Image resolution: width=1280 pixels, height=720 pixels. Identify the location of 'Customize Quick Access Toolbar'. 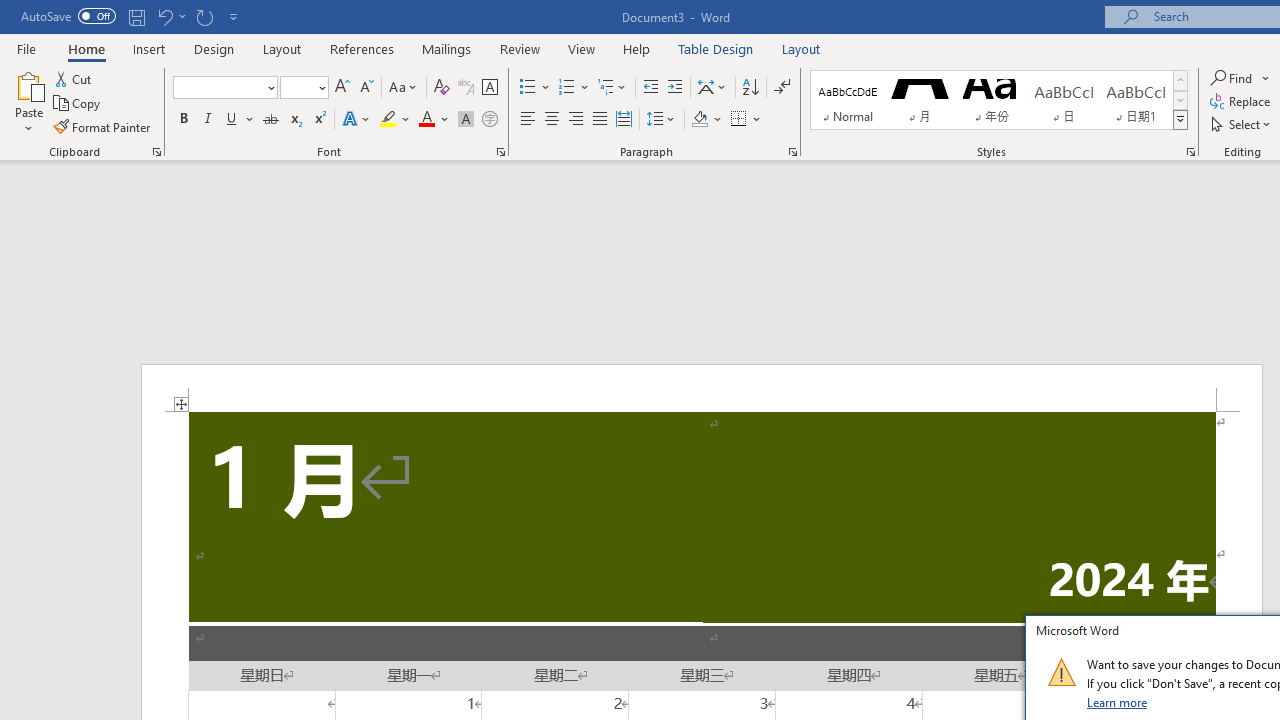
(234, 16).